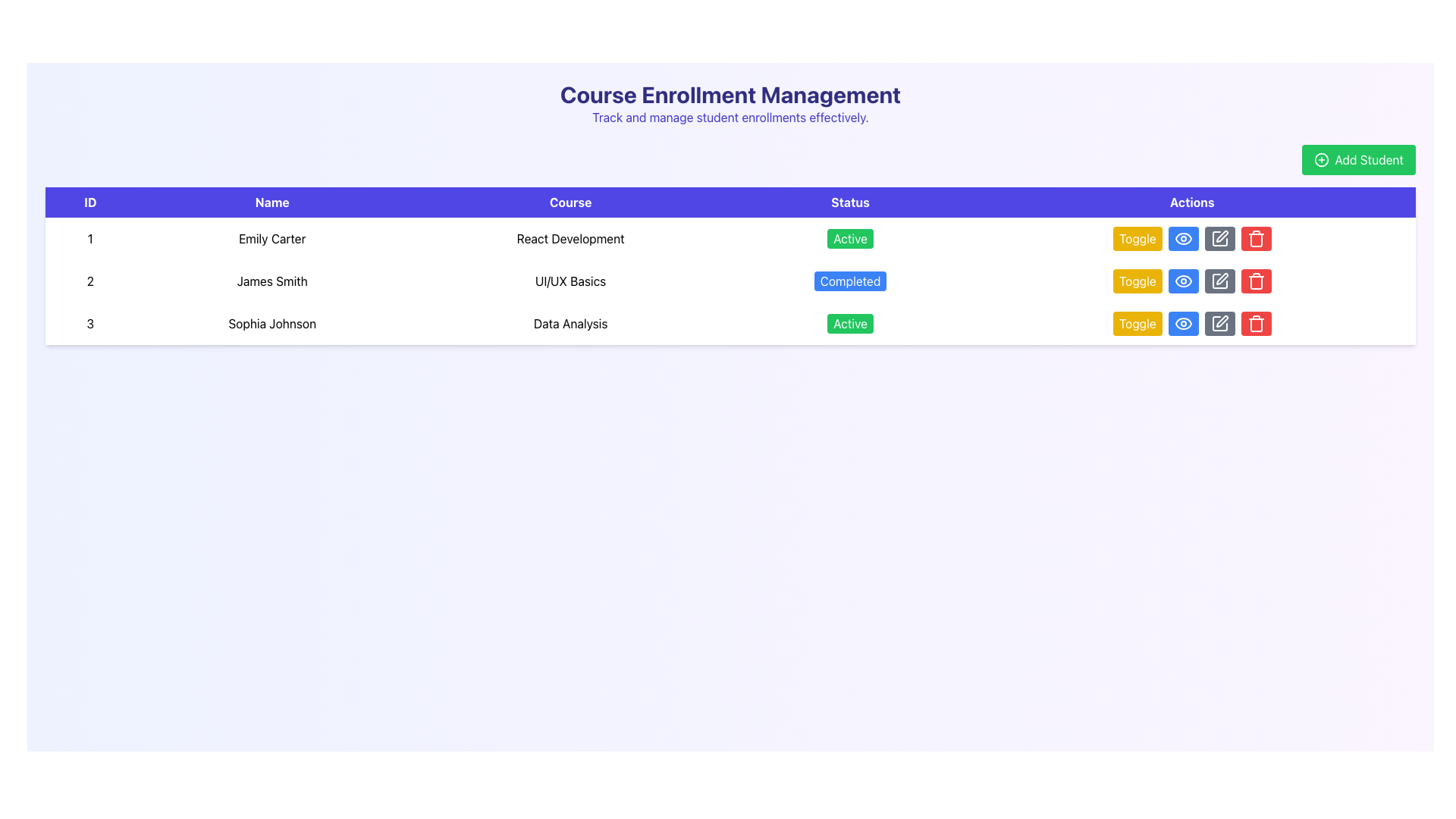  I want to click on the yellow button labeled 'Toggle' in the 'Actions' column of the last row associated with 'Sophia Johnson' and 'Data Analysis', so click(1191, 323).